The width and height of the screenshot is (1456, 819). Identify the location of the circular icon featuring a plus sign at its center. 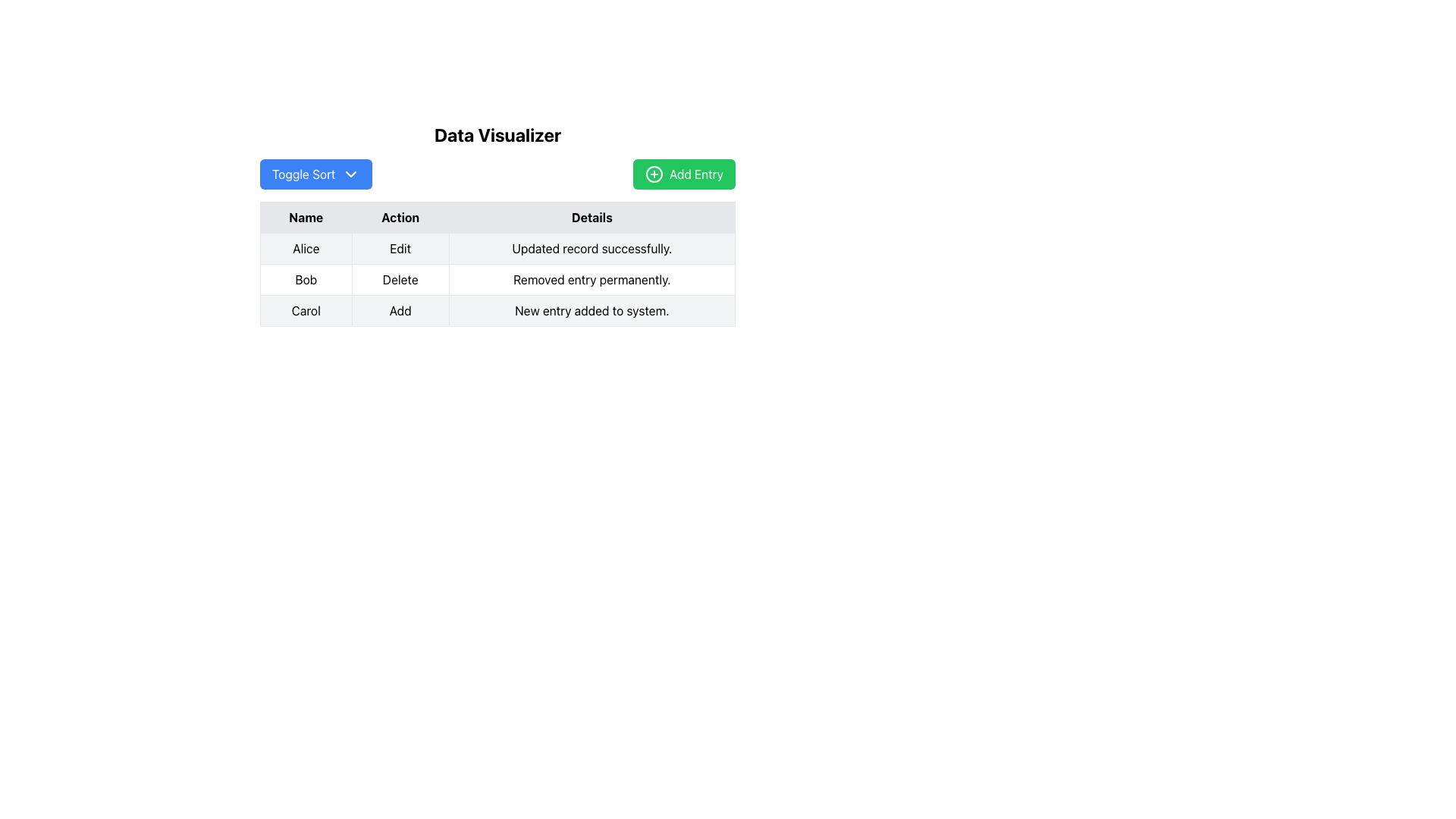
(654, 174).